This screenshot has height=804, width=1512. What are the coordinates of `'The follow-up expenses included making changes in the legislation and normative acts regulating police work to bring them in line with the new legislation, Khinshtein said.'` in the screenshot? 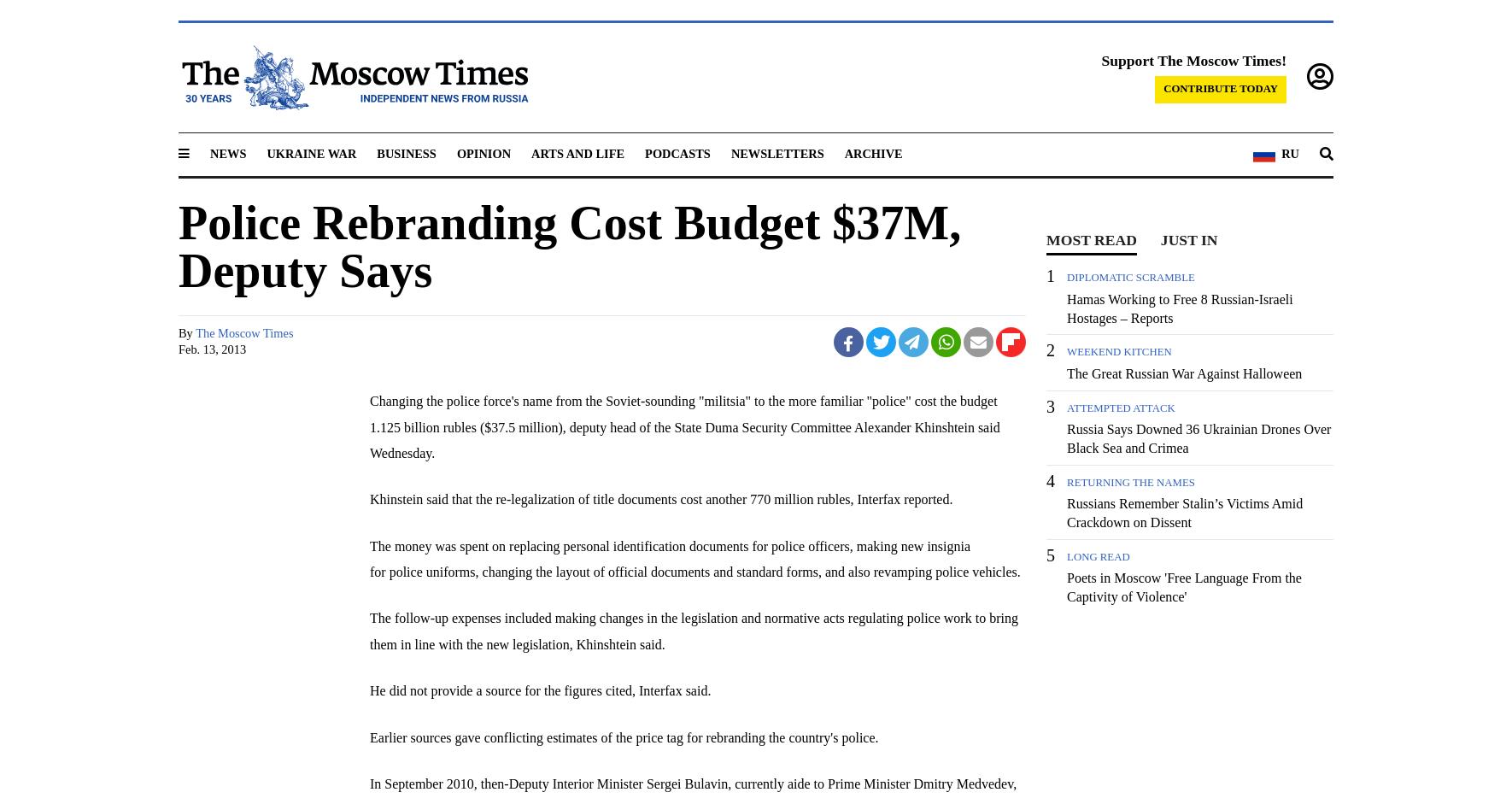 It's located at (694, 630).